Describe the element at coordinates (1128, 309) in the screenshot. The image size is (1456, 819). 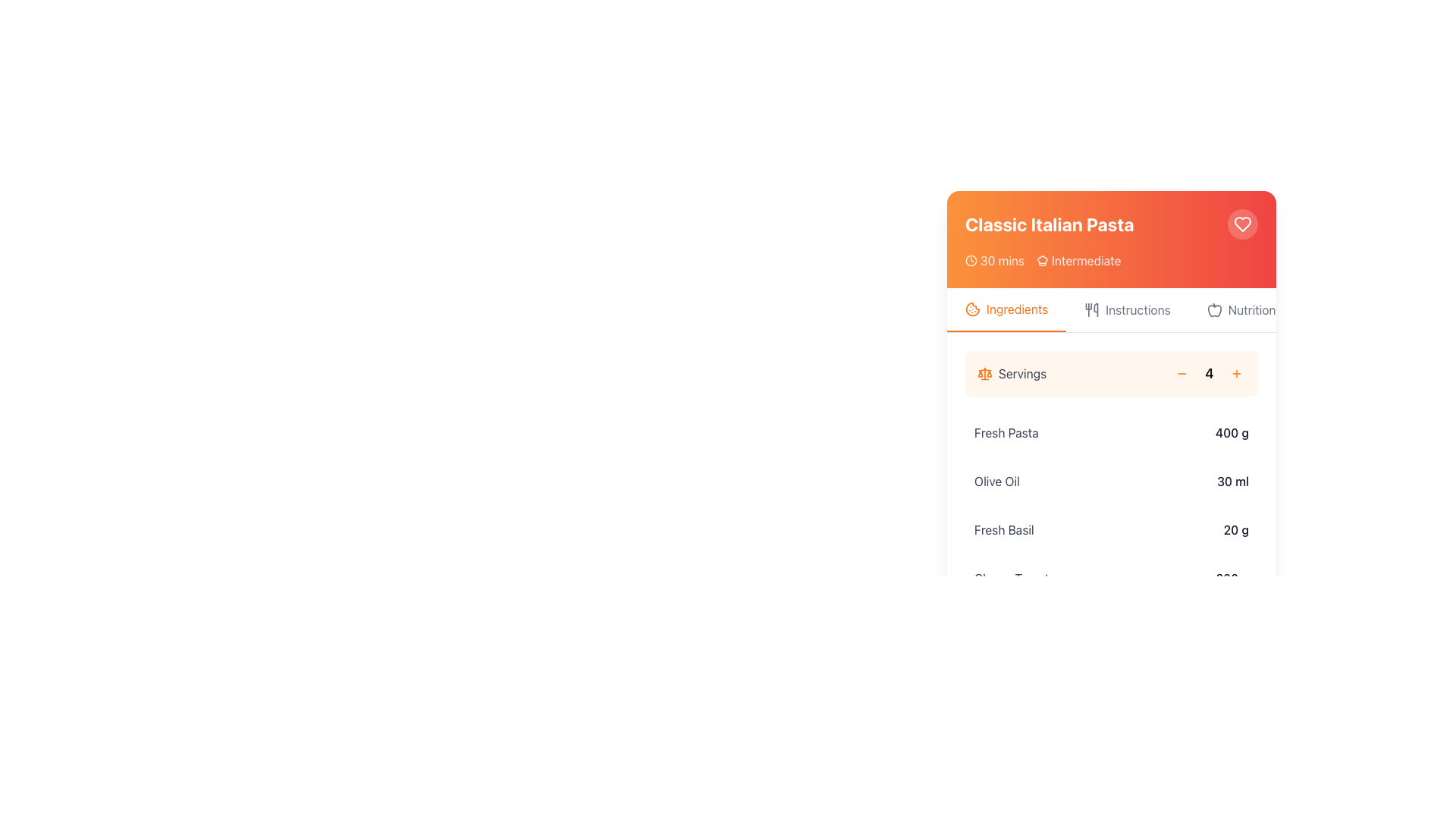
I see `the 'Instructions' tab element, which features a fork and knife icon and text styled in gray that changes to orange on hover` at that location.